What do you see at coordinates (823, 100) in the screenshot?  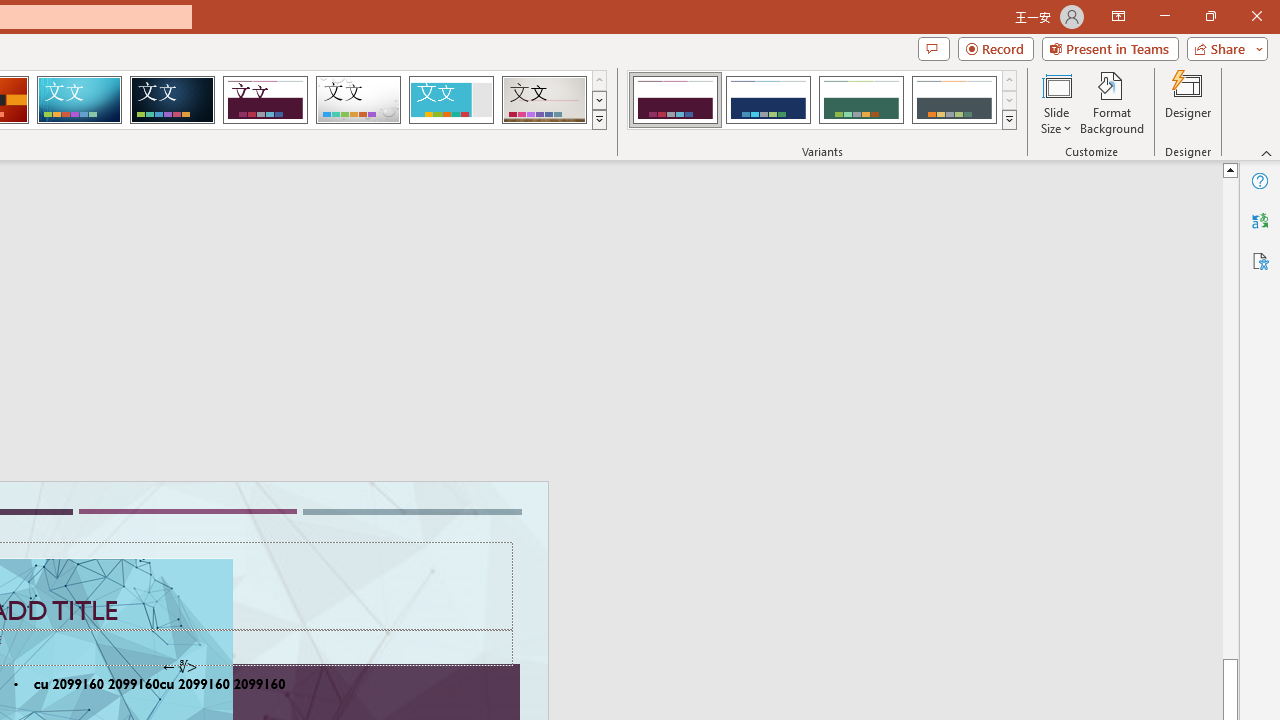 I see `'AutomationID: ThemeVariantsGallery'` at bounding box center [823, 100].